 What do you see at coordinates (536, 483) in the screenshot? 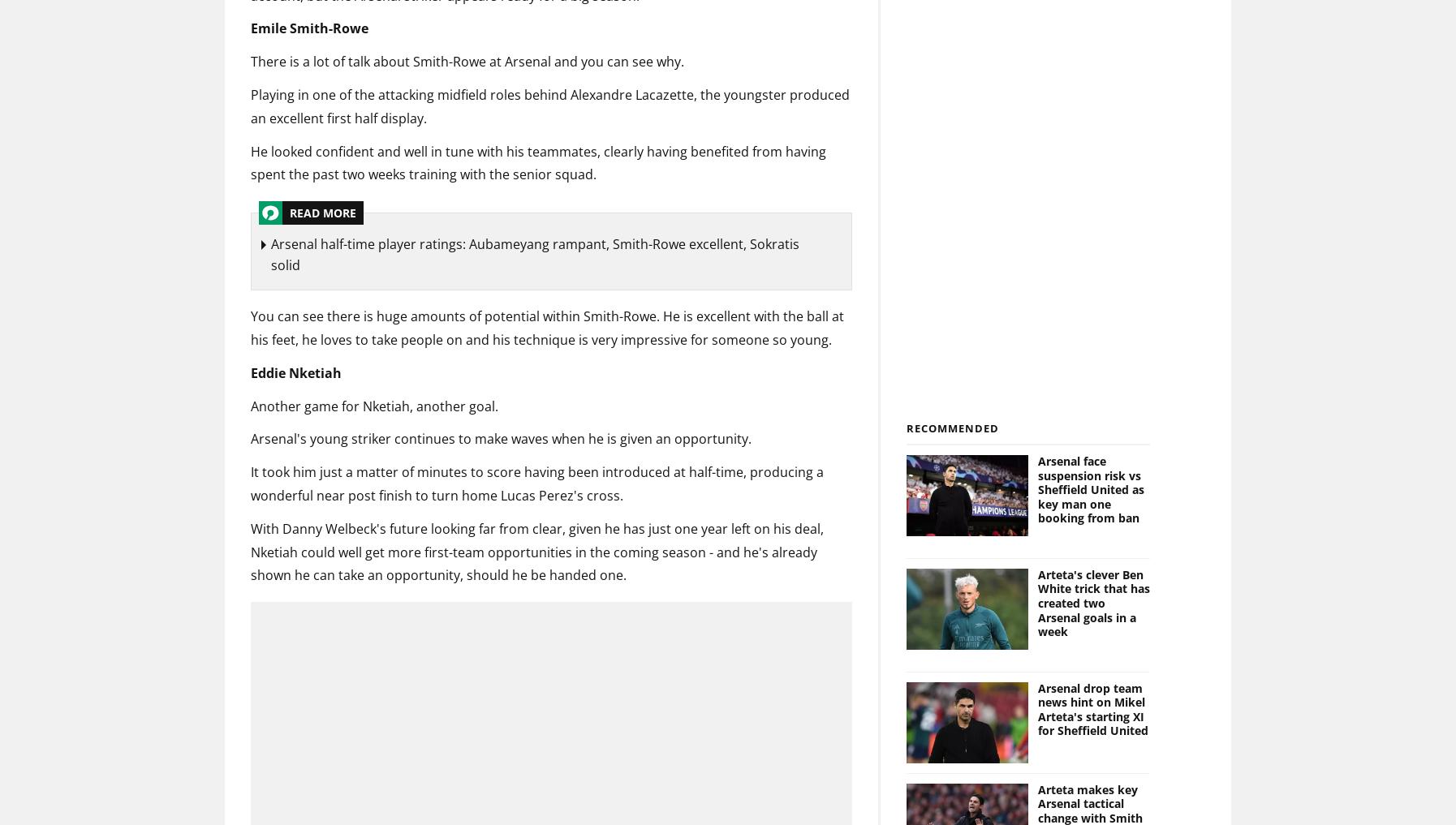
I see `'It took him just a matter of minutes to score having been introduced at half-time, producing a wonderful near post finish to turn home Lucas Perez's cross.'` at bounding box center [536, 483].